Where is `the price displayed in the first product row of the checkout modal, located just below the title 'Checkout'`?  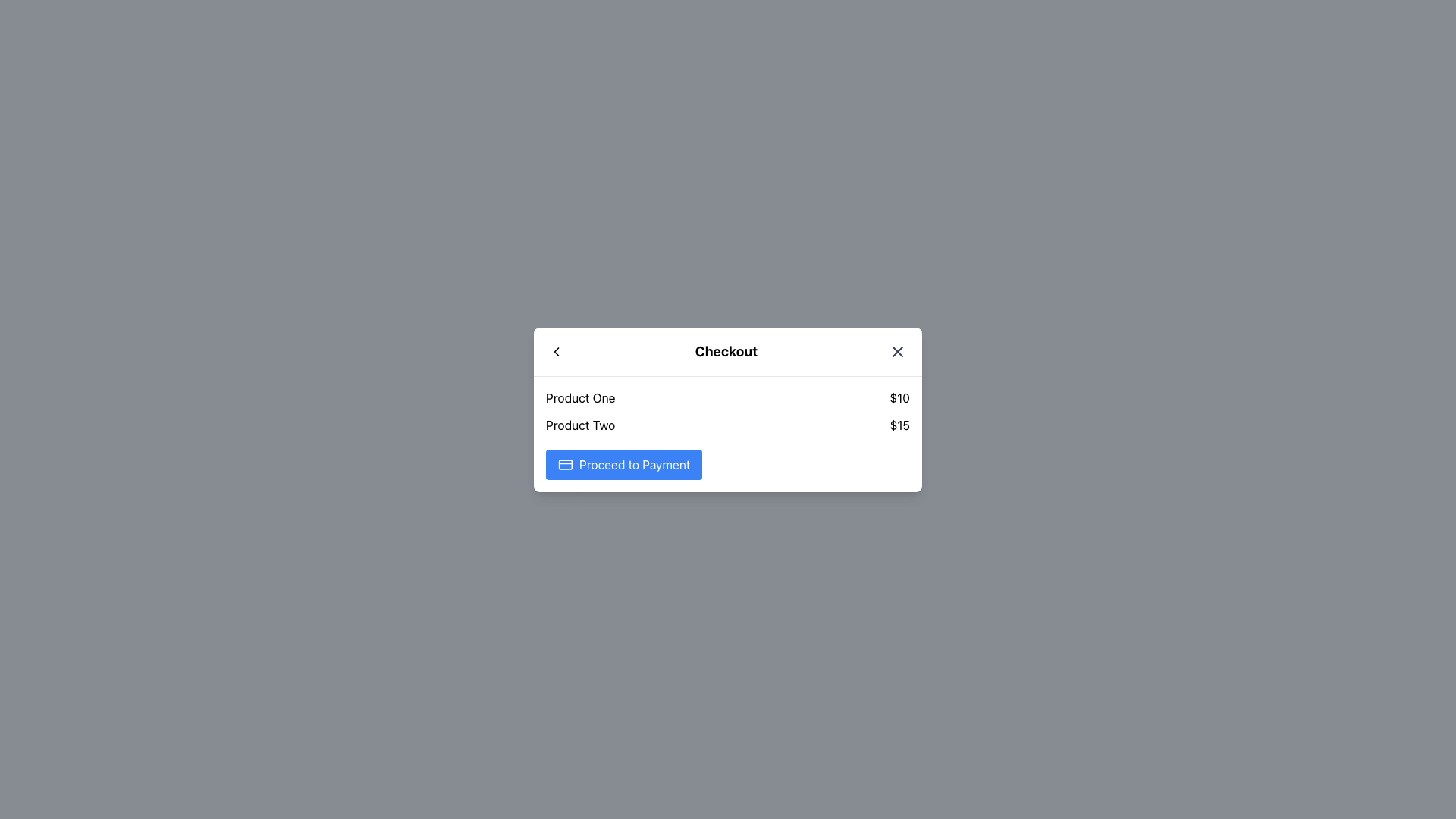 the price displayed in the first product row of the checkout modal, located just below the title 'Checkout' is located at coordinates (728, 397).